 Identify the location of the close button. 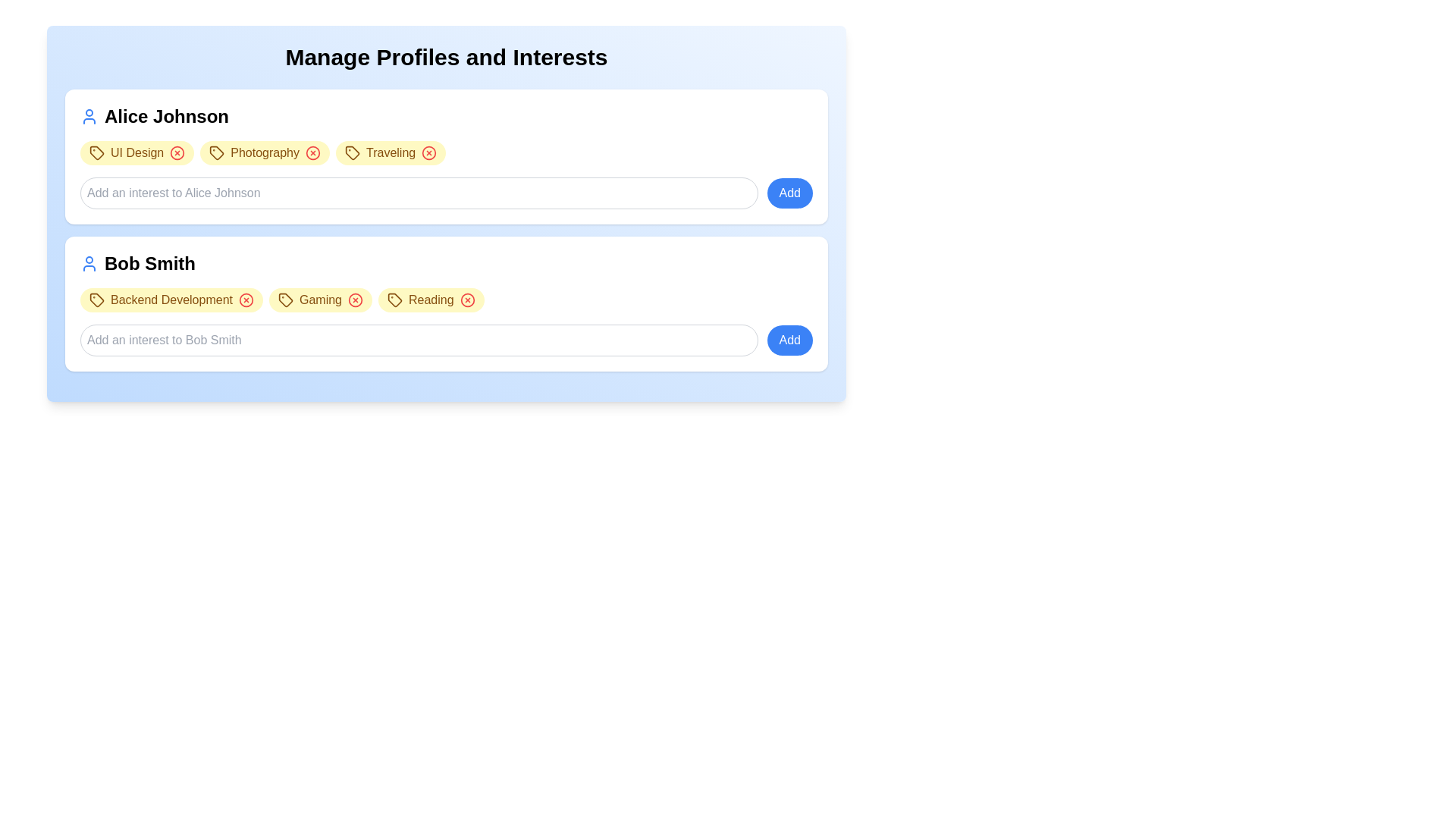
(355, 300).